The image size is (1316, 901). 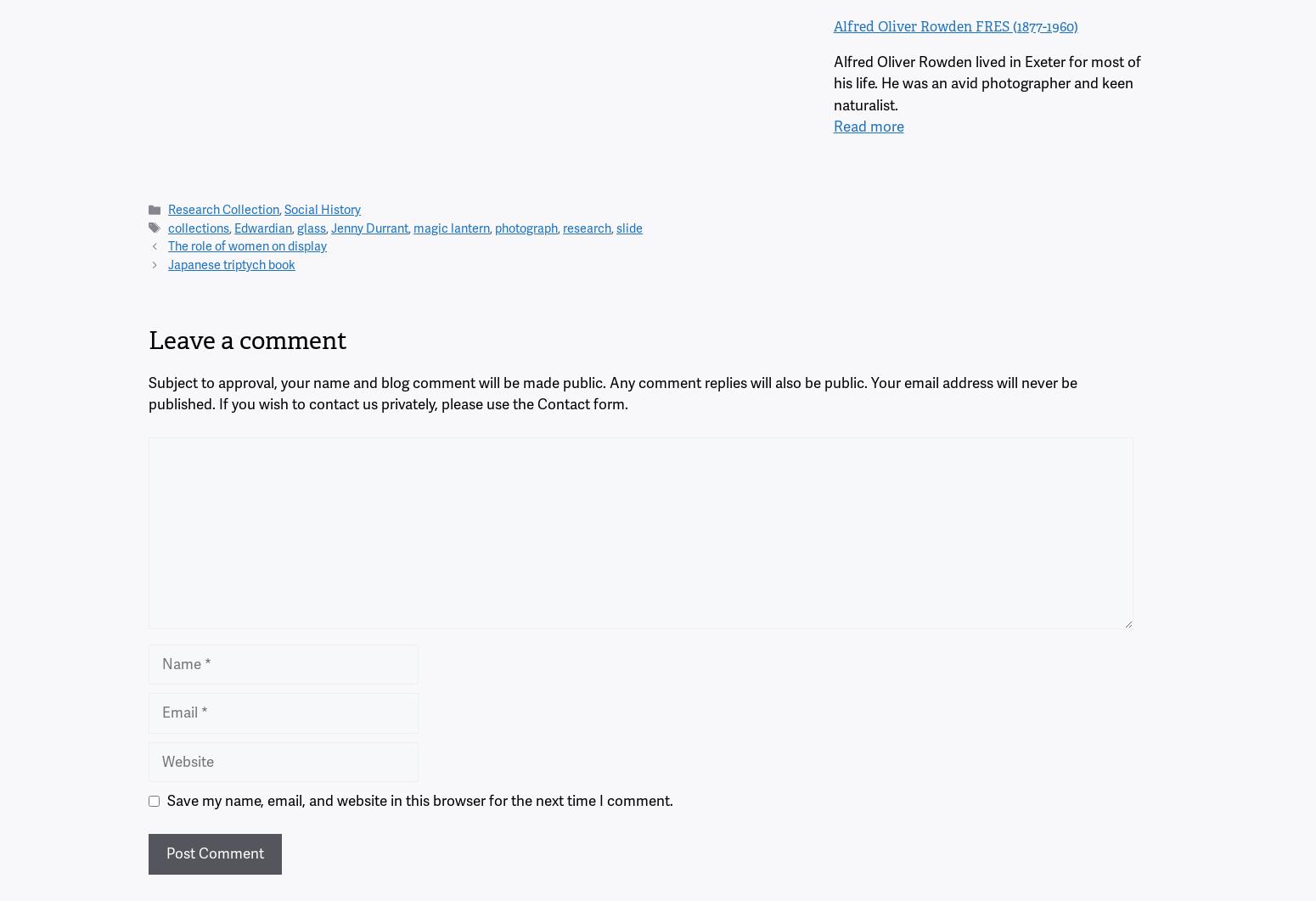 What do you see at coordinates (586, 227) in the screenshot?
I see `'research'` at bounding box center [586, 227].